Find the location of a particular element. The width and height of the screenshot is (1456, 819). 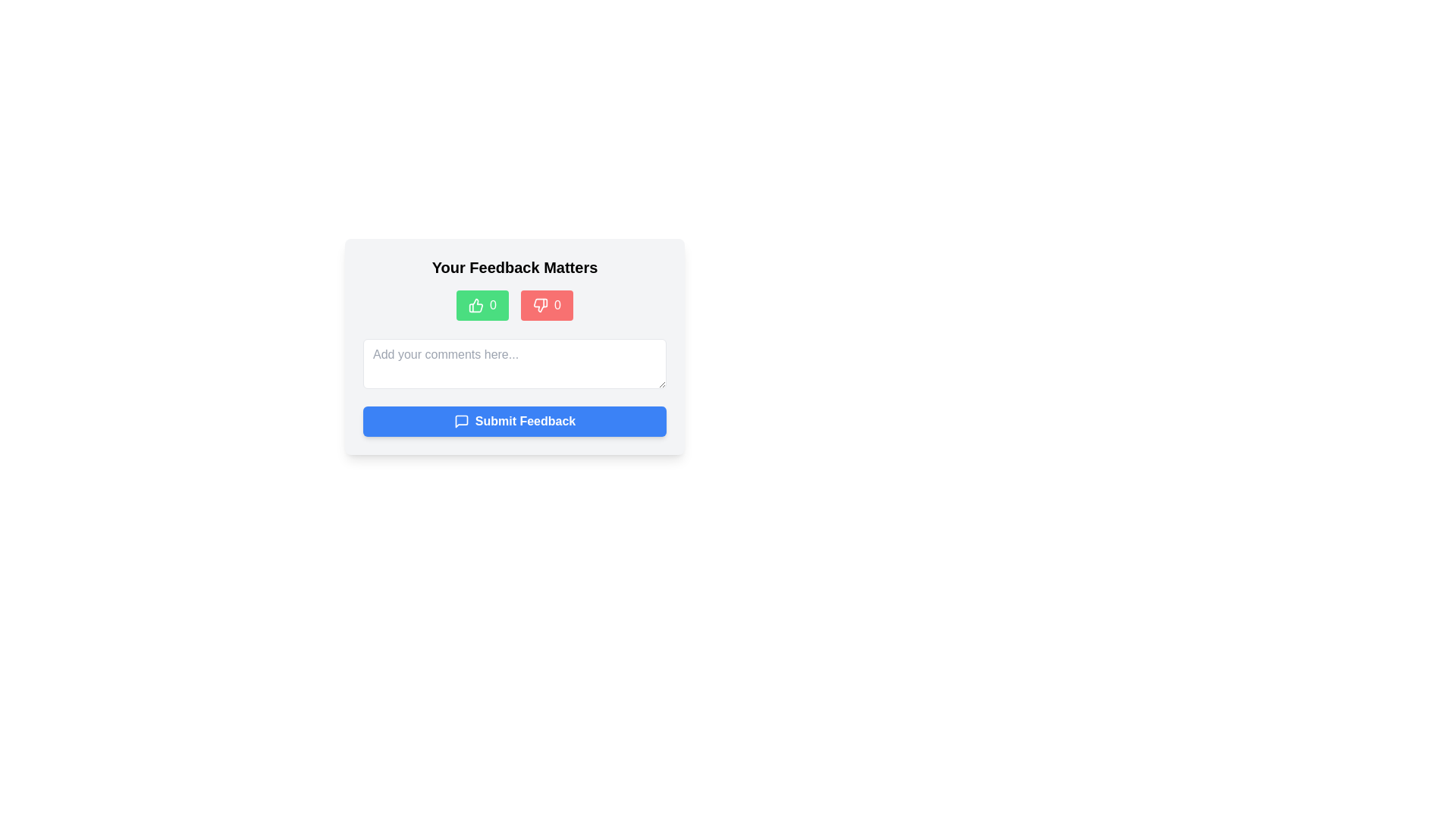

the second button under the title 'Your Feedback Matters' is located at coordinates (546, 305).